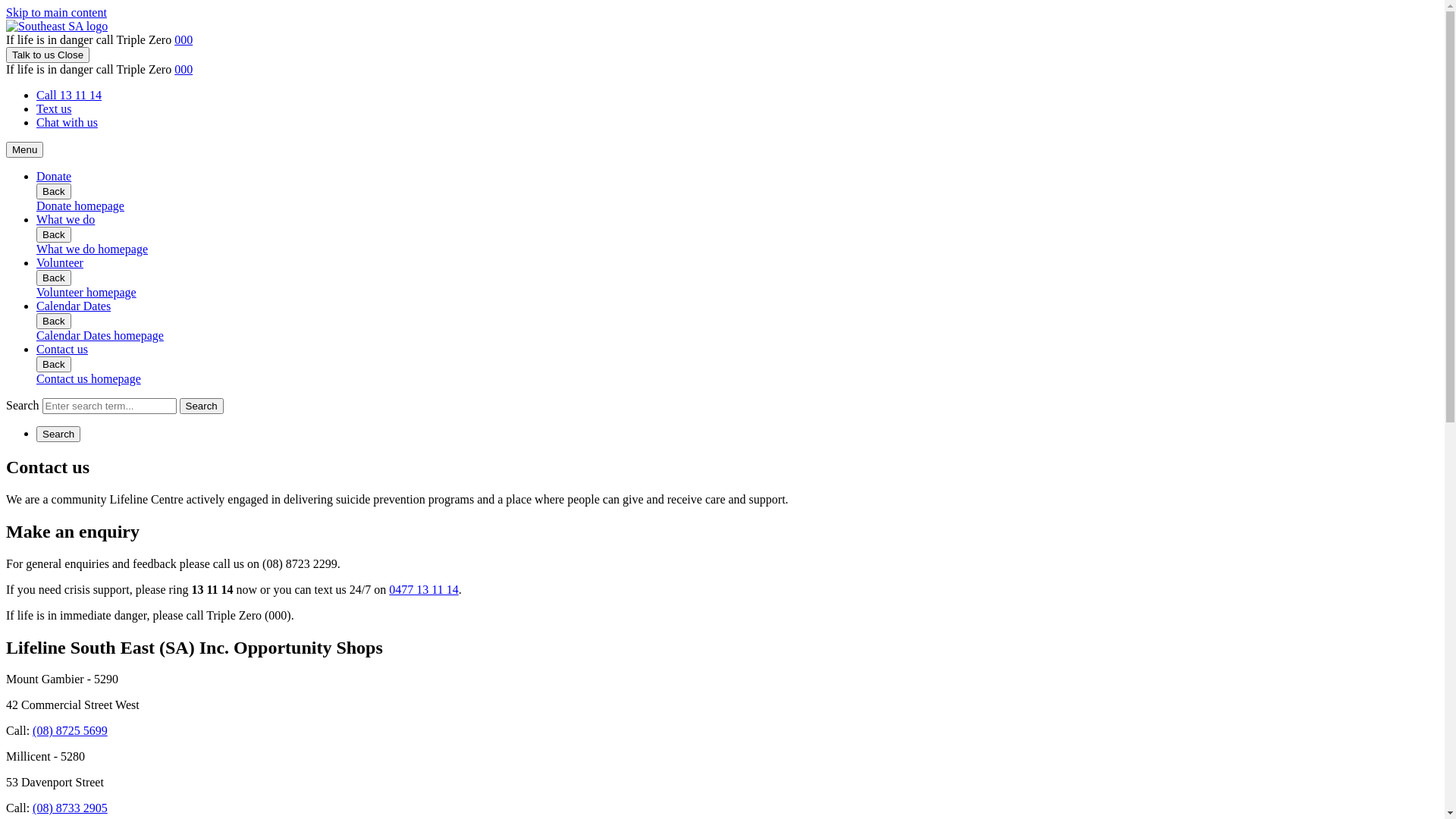 This screenshot has width=1456, height=819. What do you see at coordinates (54, 364) in the screenshot?
I see `'Back'` at bounding box center [54, 364].